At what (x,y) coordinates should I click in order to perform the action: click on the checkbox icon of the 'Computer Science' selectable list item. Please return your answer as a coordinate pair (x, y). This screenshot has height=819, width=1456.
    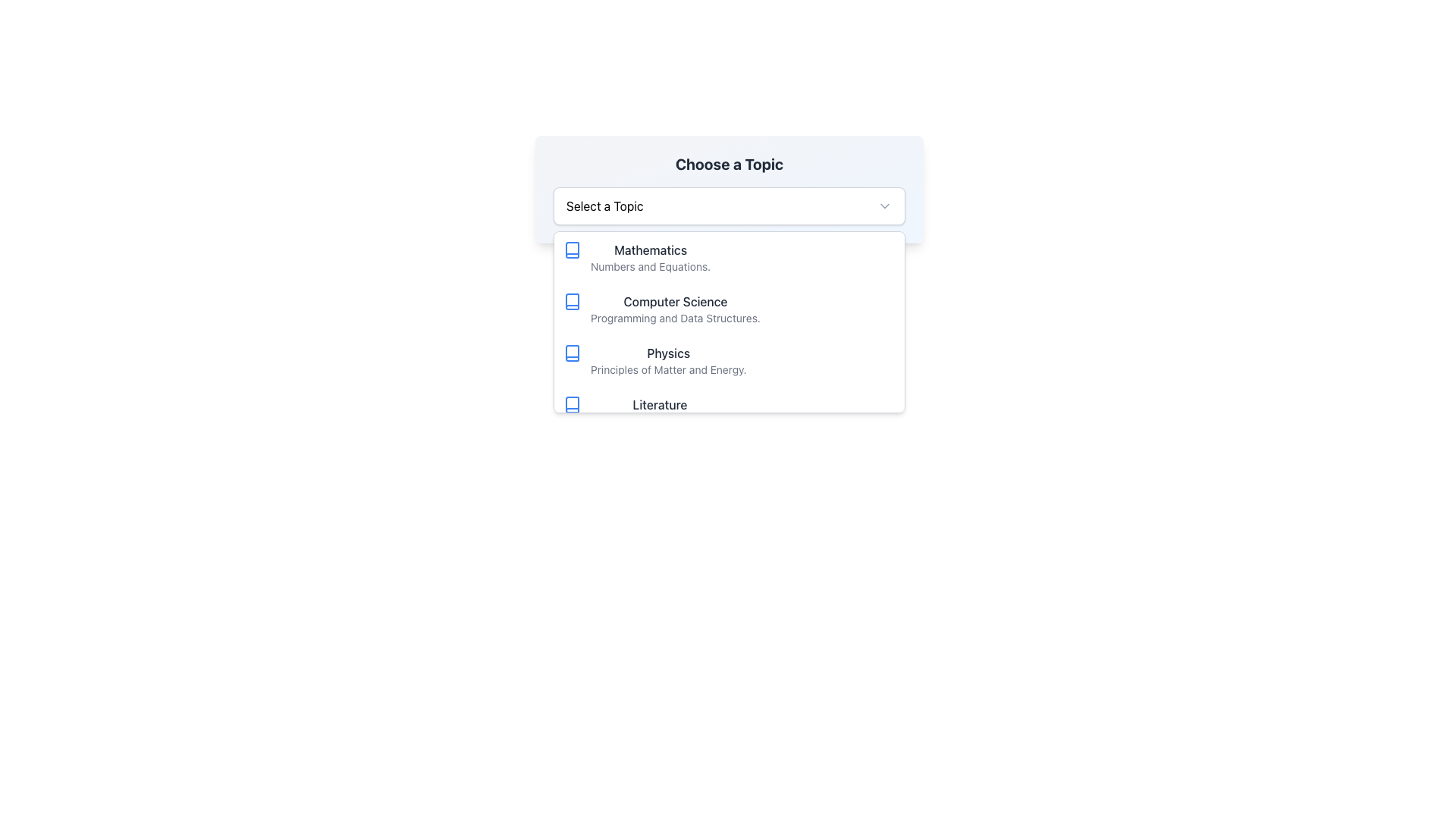
    Looking at the image, I should click on (729, 309).